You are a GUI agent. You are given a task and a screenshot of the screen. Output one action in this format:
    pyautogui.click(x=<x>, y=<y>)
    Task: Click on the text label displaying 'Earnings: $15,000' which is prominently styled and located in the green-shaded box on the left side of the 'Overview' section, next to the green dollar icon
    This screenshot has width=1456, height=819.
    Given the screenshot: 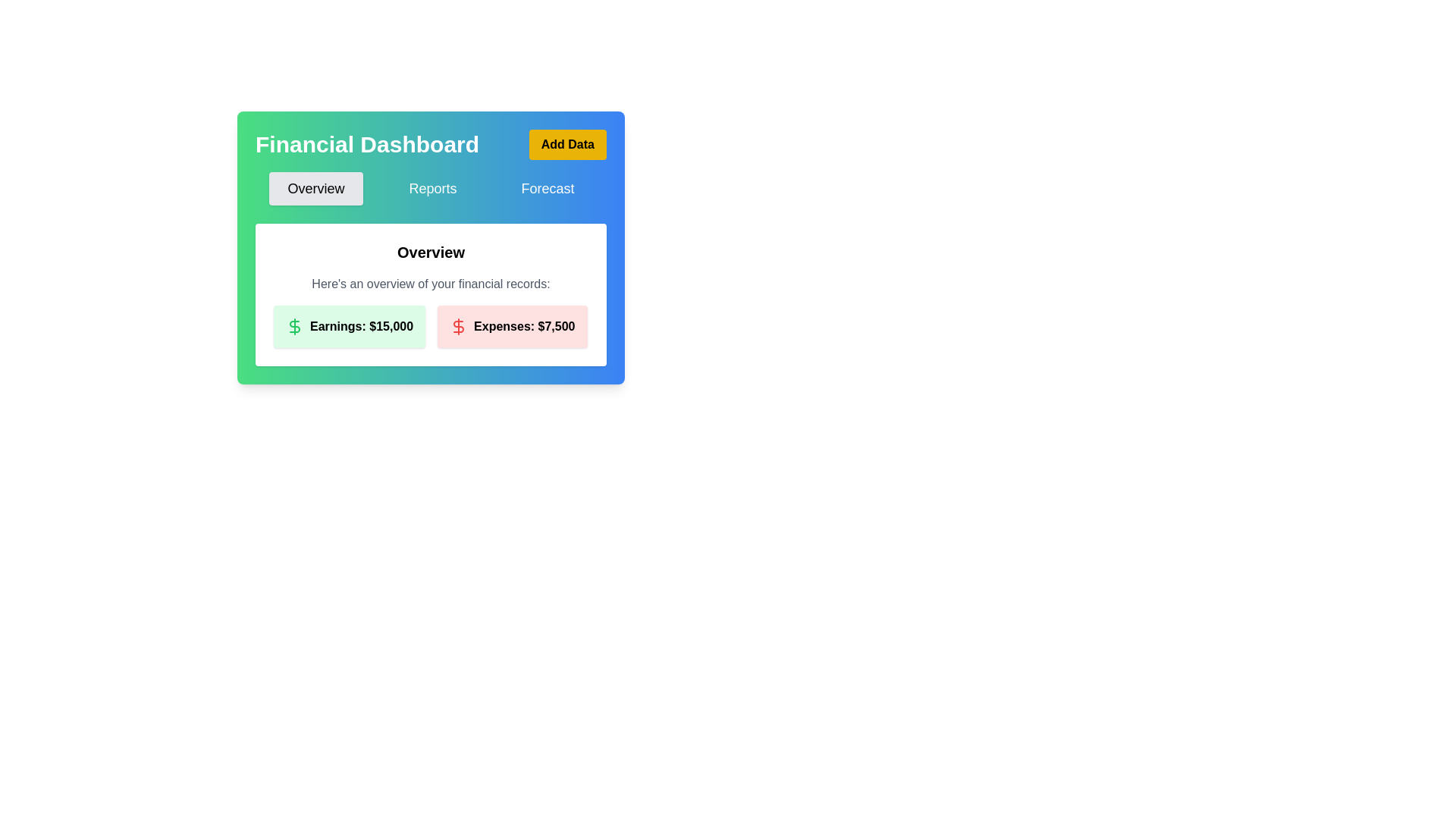 What is the action you would take?
    pyautogui.click(x=361, y=326)
    